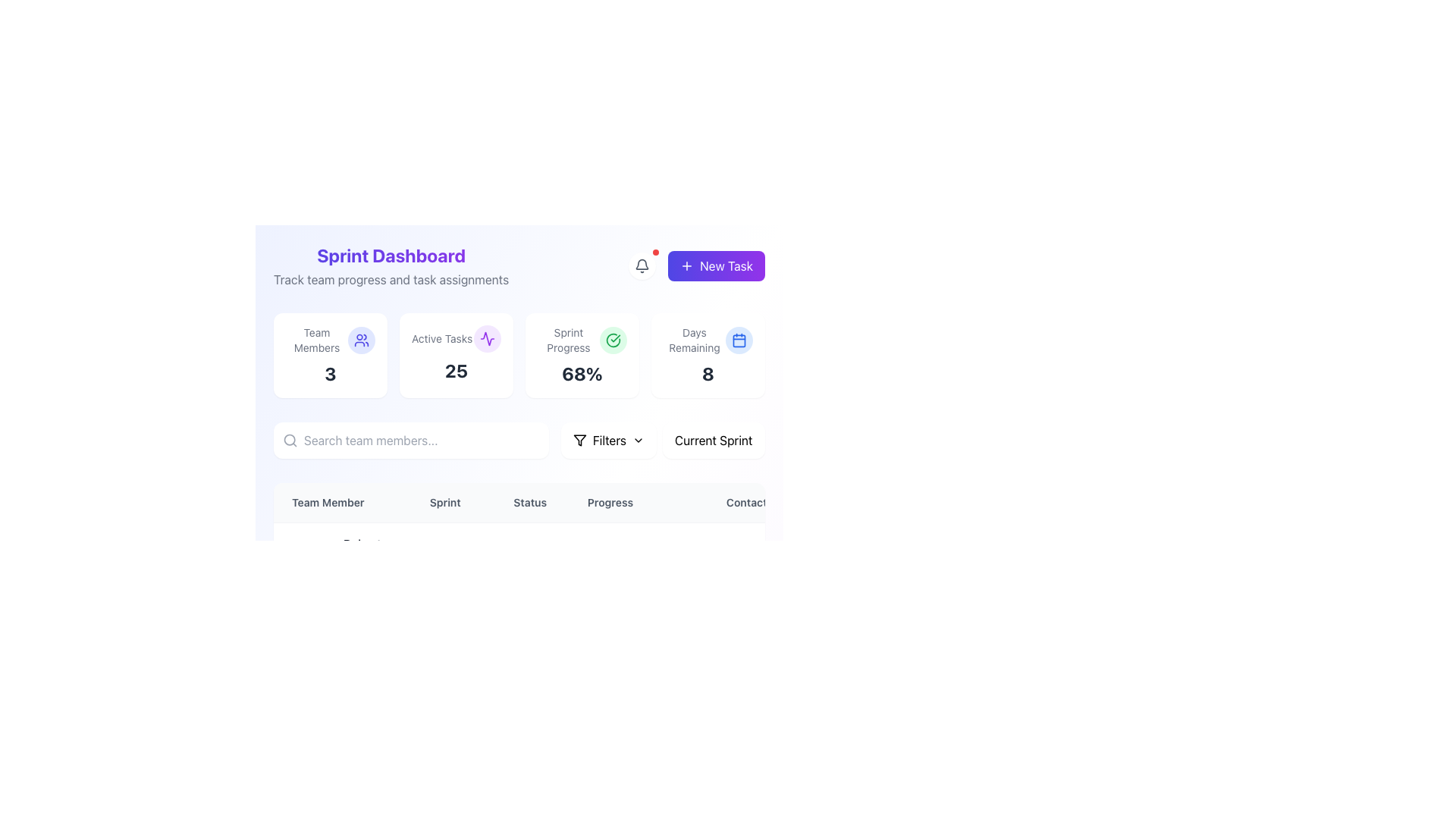 The height and width of the screenshot is (819, 1456). I want to click on the Textual Header Component that displays 'Sprint Dashboard' in a bold, large gradient font and 'Track team progress and task assignments' in a smaller gray font, so click(391, 265).